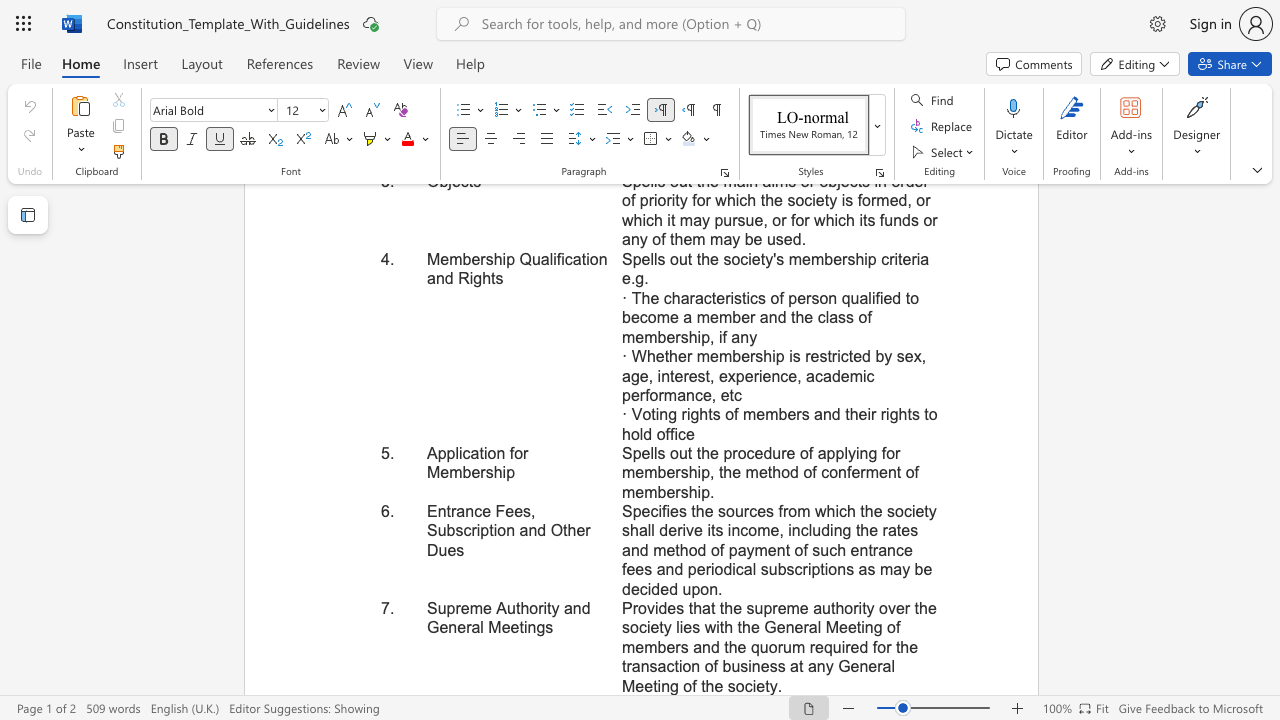 The image size is (1280, 720). What do you see at coordinates (678, 666) in the screenshot?
I see `the subset text "ion of business at a" within the text "for the transaction of business at any General Meeting of the society."` at bounding box center [678, 666].